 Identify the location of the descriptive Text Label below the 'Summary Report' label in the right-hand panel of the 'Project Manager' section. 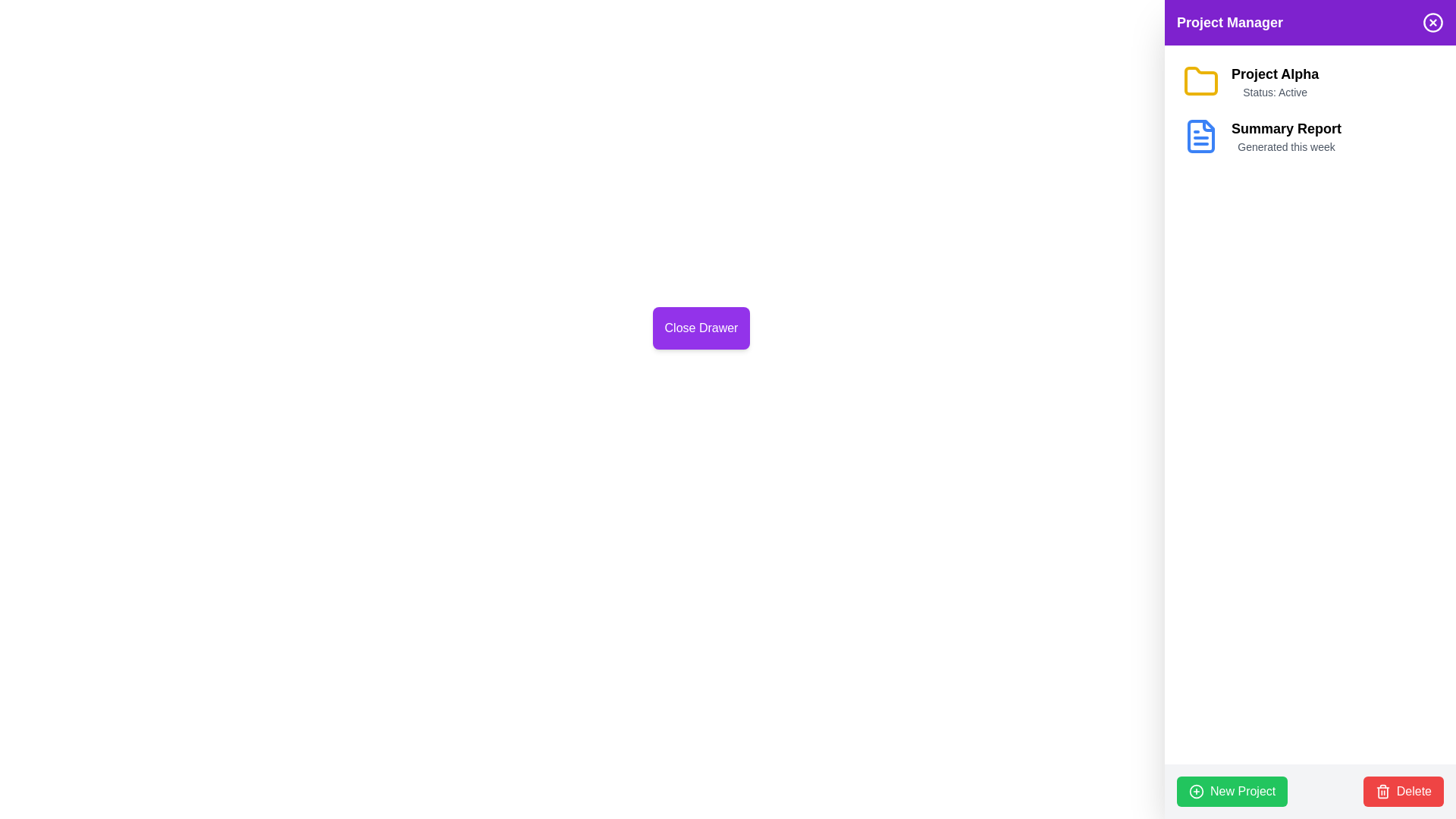
(1285, 146).